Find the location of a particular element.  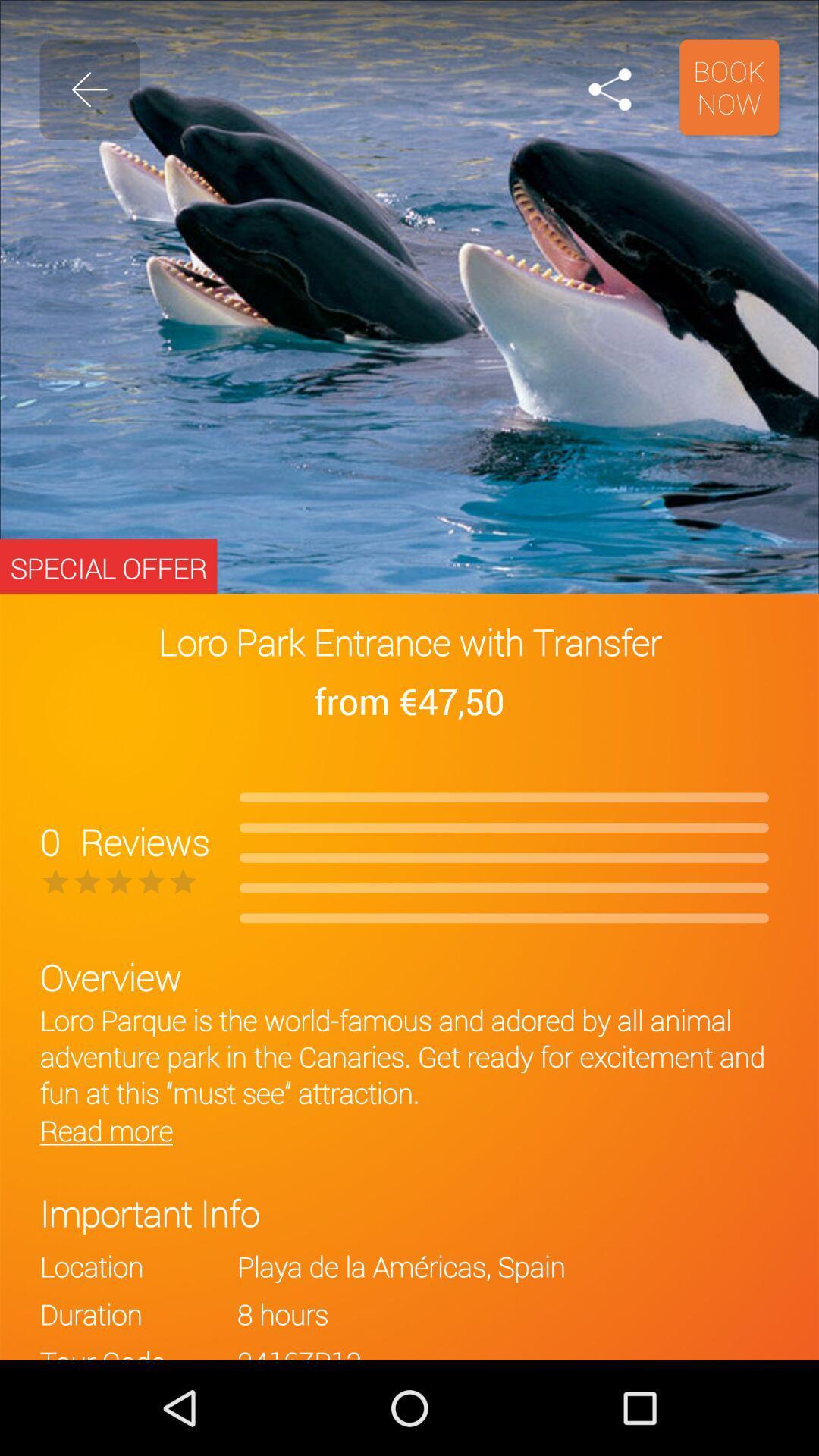

the icon above loro park entrance icon is located at coordinates (728, 86).